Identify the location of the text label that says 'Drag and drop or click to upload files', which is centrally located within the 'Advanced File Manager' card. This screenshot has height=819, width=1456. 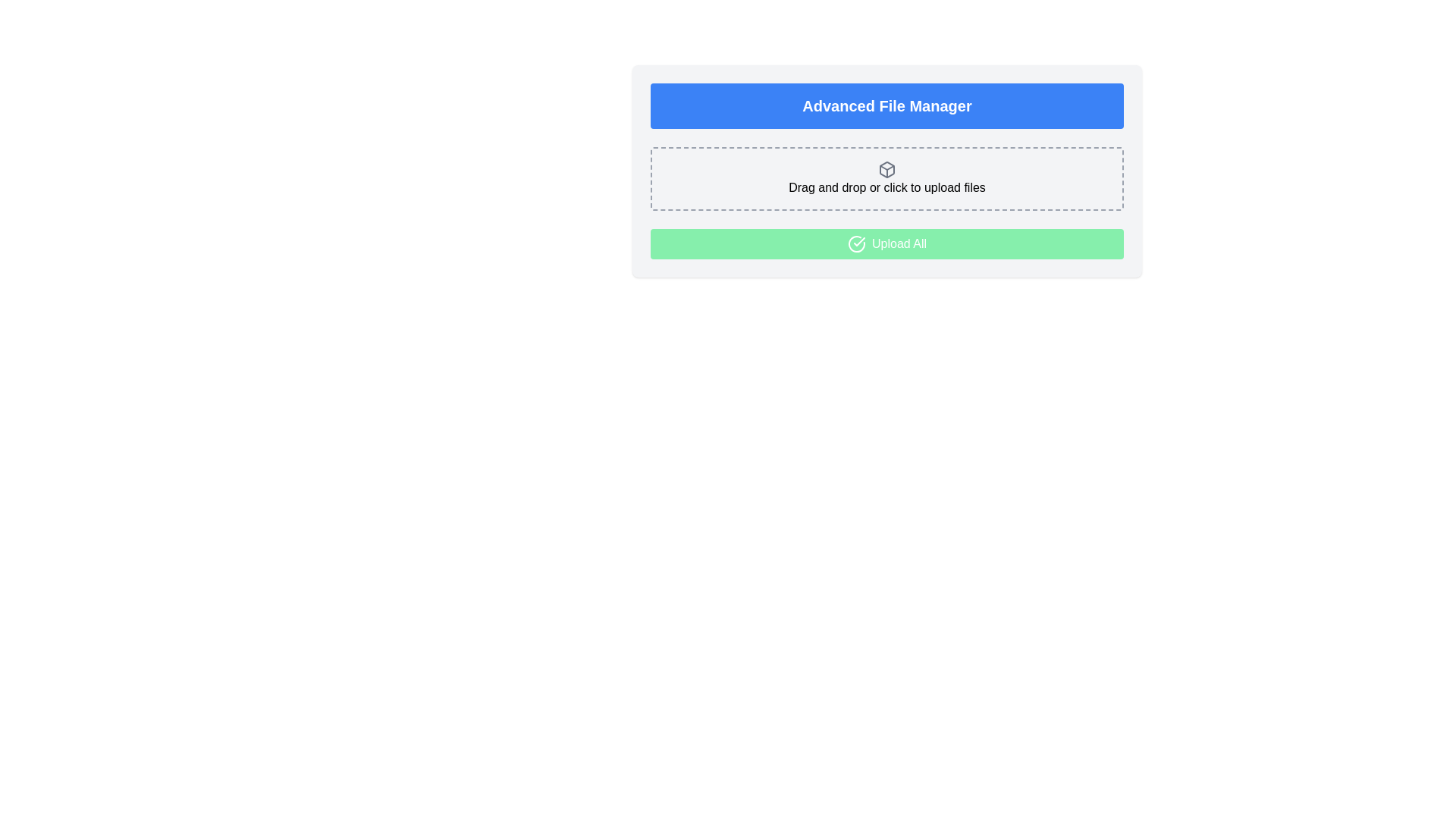
(887, 187).